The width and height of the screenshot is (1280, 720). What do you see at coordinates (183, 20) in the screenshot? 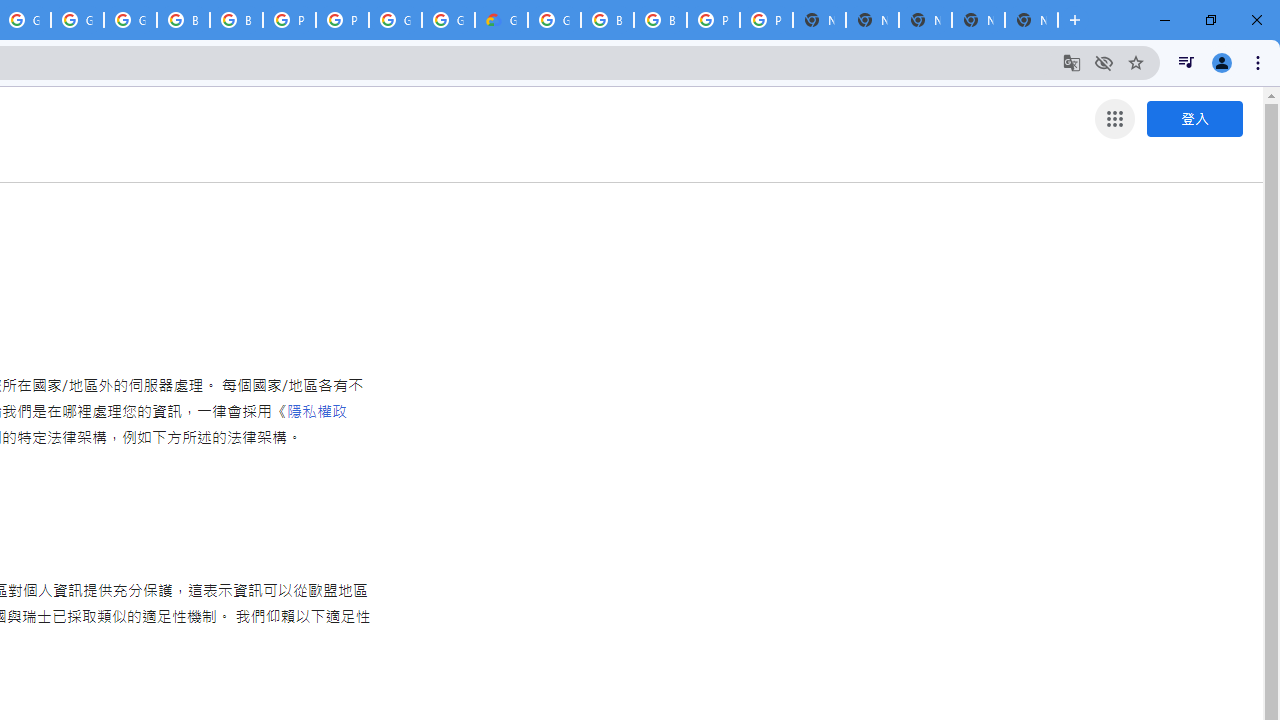
I see `'Browse Chrome as a guest - Computer - Google Chrome Help'` at bounding box center [183, 20].